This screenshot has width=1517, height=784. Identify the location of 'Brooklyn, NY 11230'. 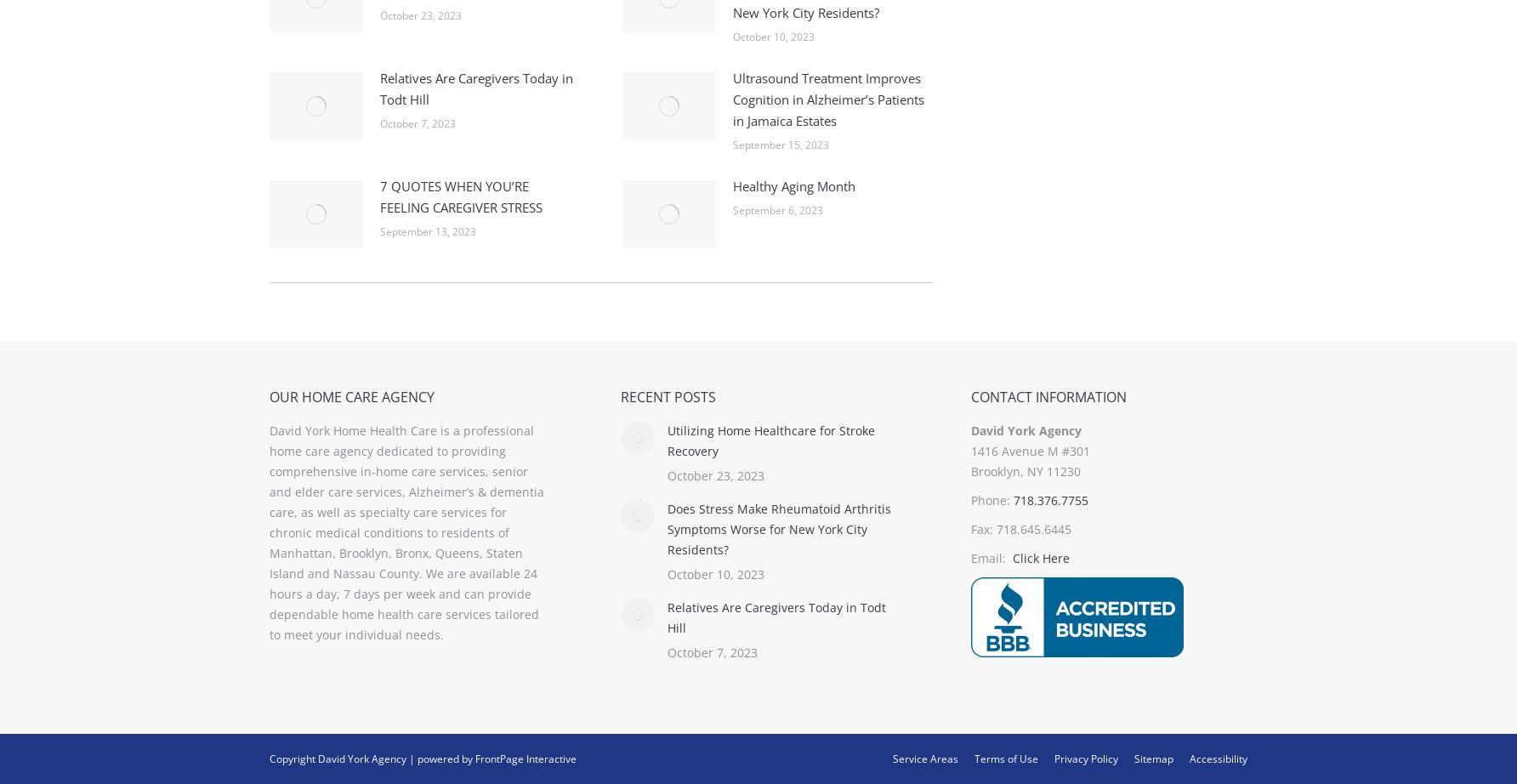
(1026, 471).